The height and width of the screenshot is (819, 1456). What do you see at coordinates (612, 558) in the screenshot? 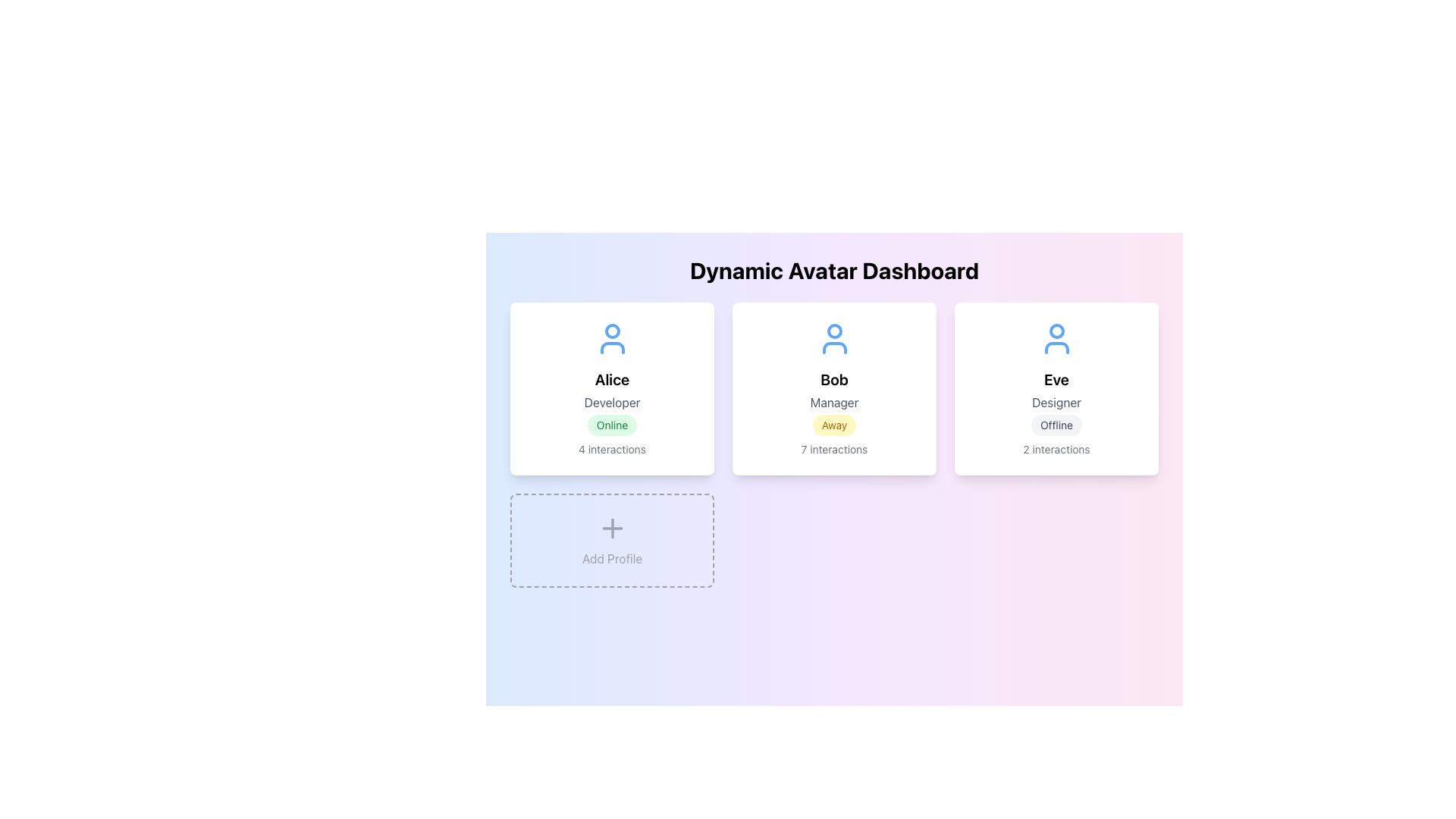
I see `the static text label displaying 'Add Profile' in gray font, which is part of a clickable card-like structure located beneath the avatars labeled 'Alice,' 'Bob,' and 'Eve.'` at bounding box center [612, 558].